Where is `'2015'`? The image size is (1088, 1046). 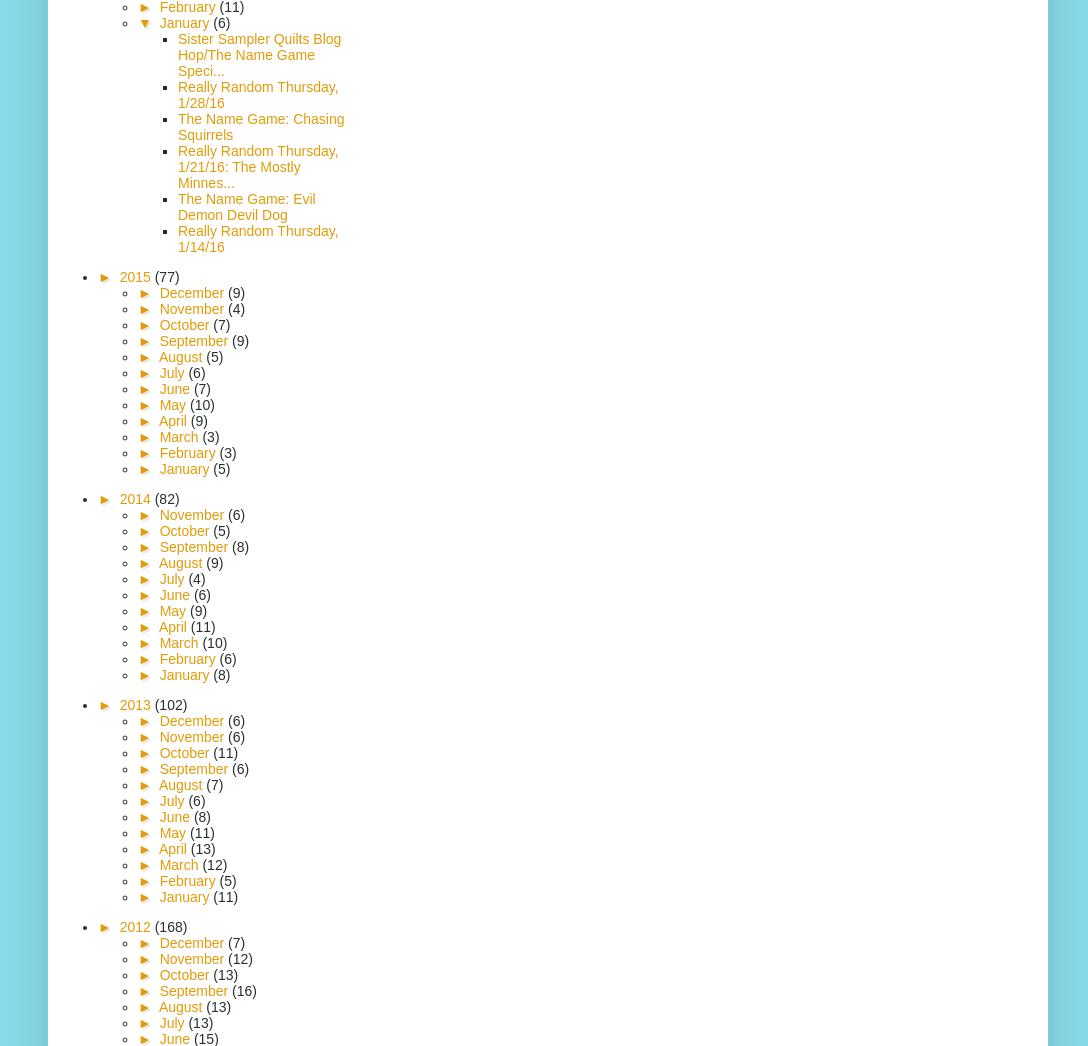 '2015' is located at coordinates (136, 276).